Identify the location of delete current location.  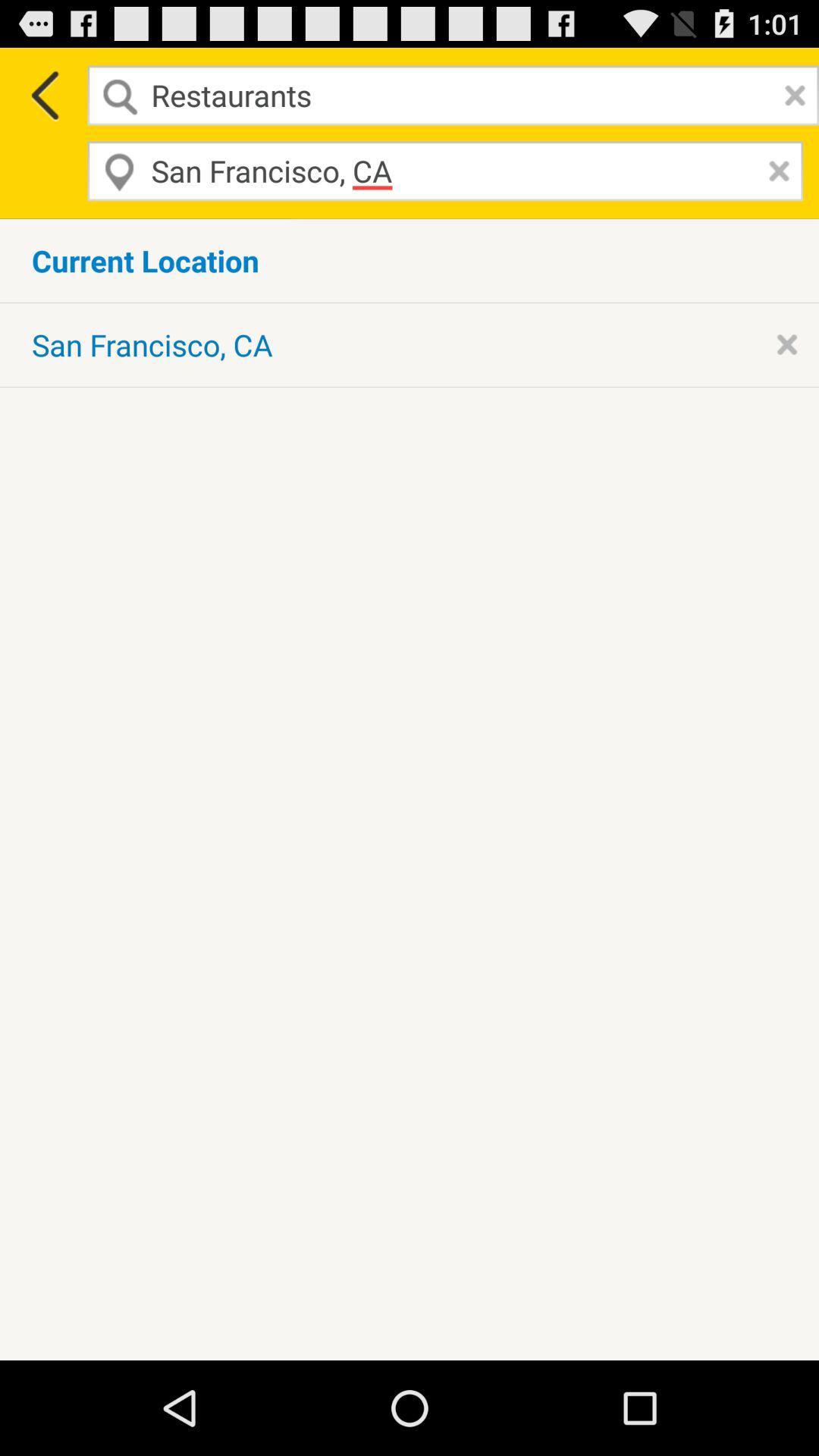
(786, 344).